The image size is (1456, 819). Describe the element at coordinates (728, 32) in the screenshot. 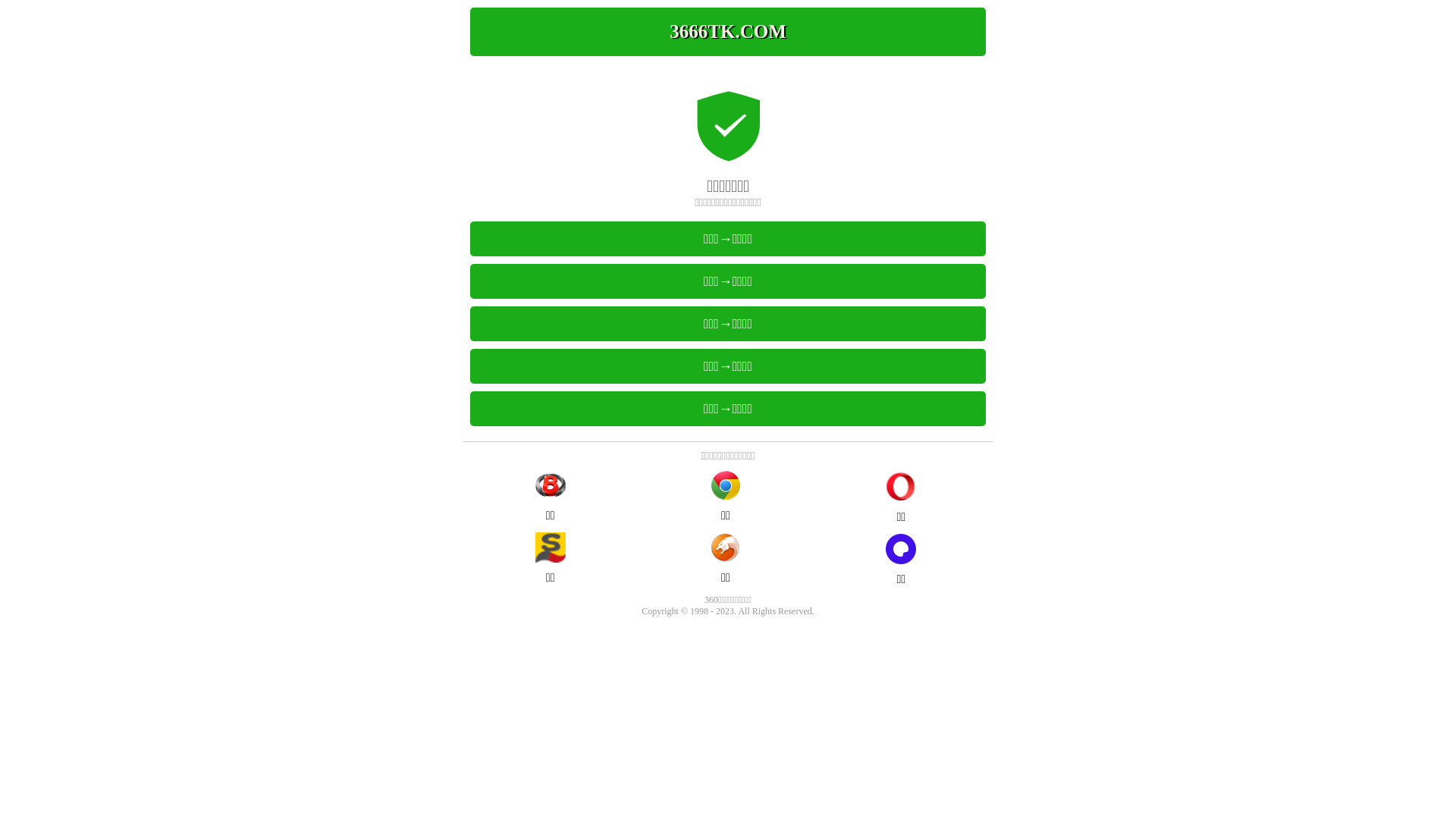

I see `'3666TK.COM'` at that location.